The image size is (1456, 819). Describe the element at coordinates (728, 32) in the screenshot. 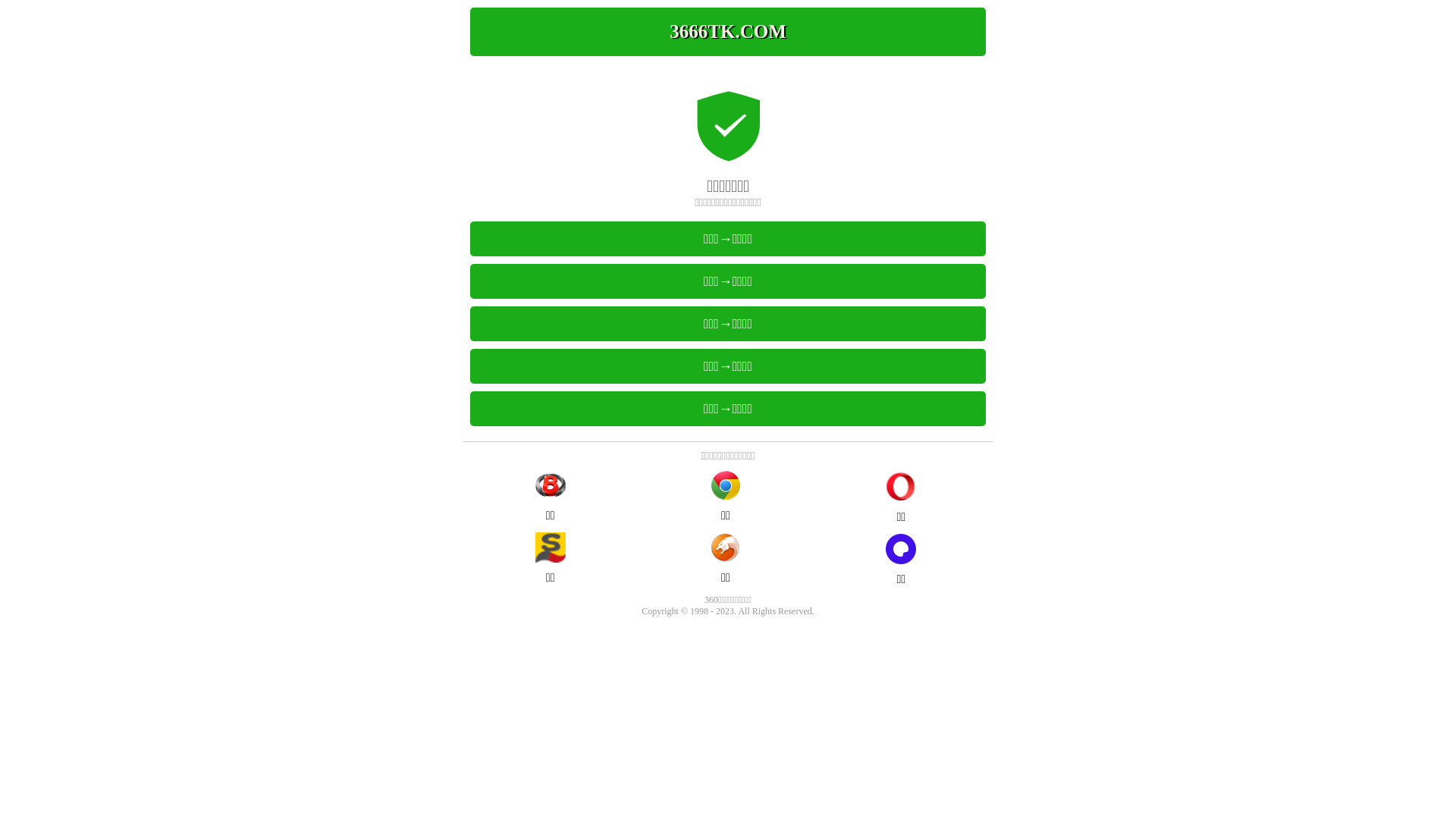

I see `'3666TK.COM'` at that location.